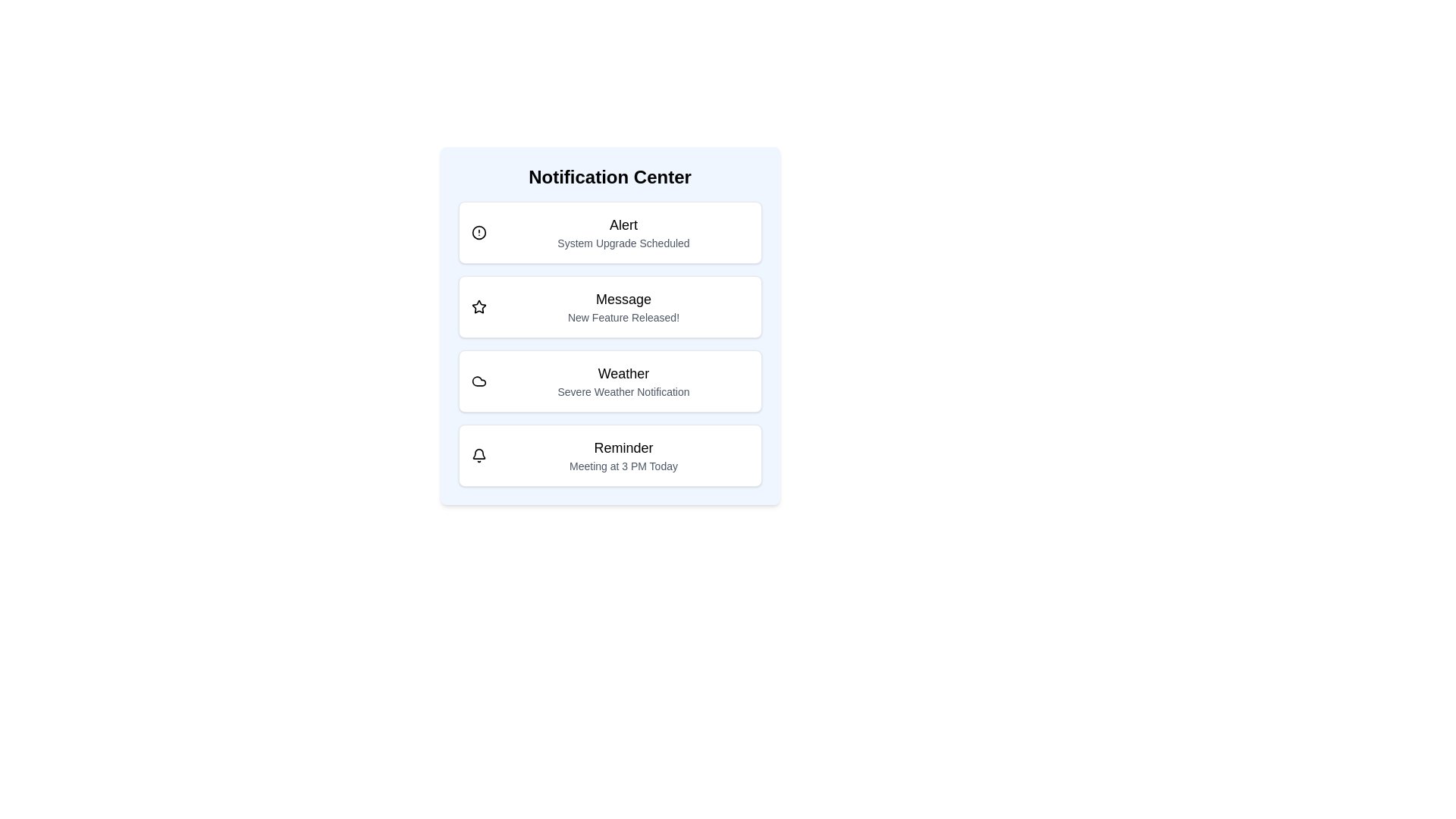 The image size is (1456, 819). What do you see at coordinates (610, 455) in the screenshot?
I see `the notification item labeled 'Reminder'` at bounding box center [610, 455].